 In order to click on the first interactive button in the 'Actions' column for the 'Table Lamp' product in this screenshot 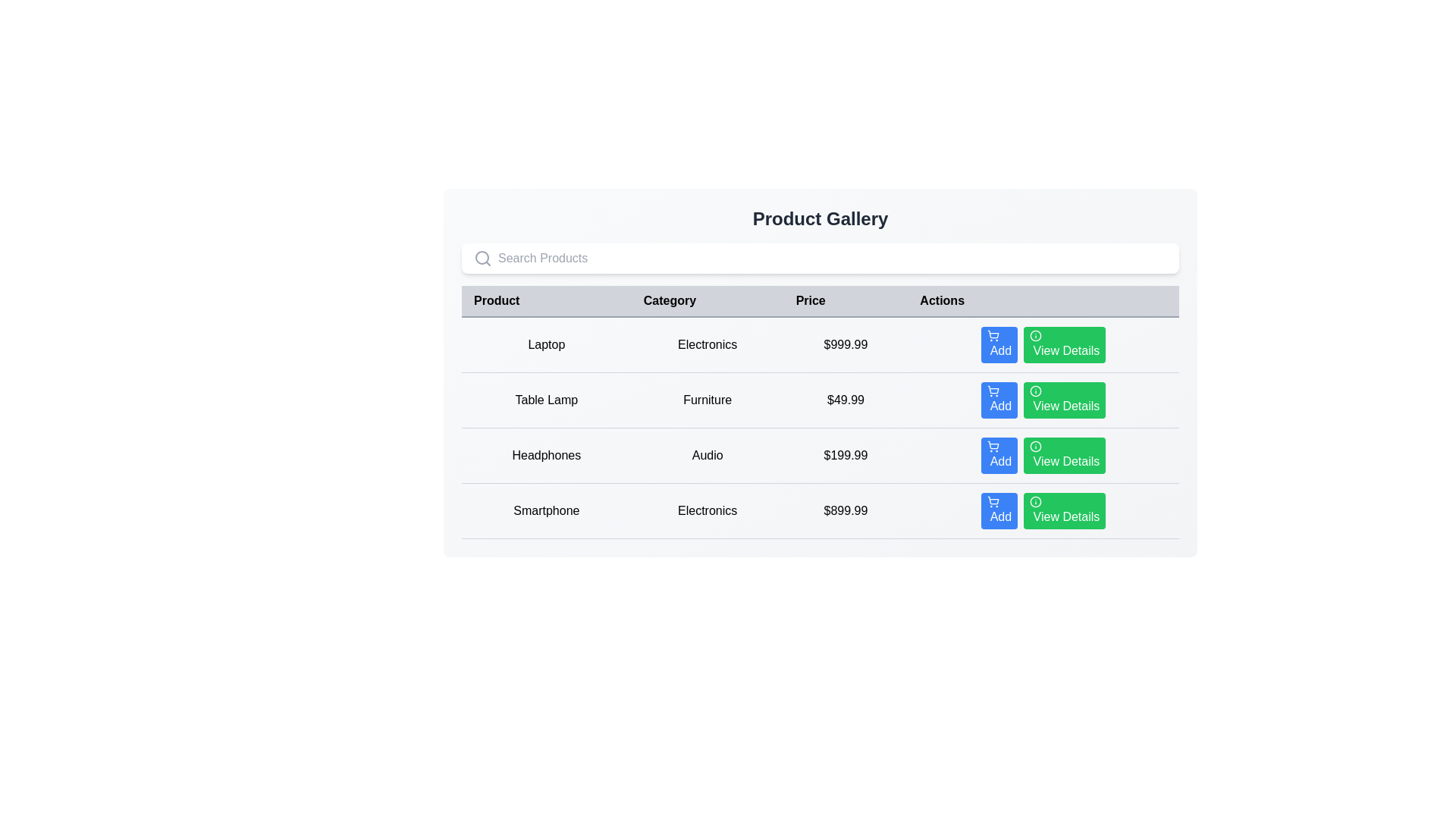, I will do `click(999, 400)`.